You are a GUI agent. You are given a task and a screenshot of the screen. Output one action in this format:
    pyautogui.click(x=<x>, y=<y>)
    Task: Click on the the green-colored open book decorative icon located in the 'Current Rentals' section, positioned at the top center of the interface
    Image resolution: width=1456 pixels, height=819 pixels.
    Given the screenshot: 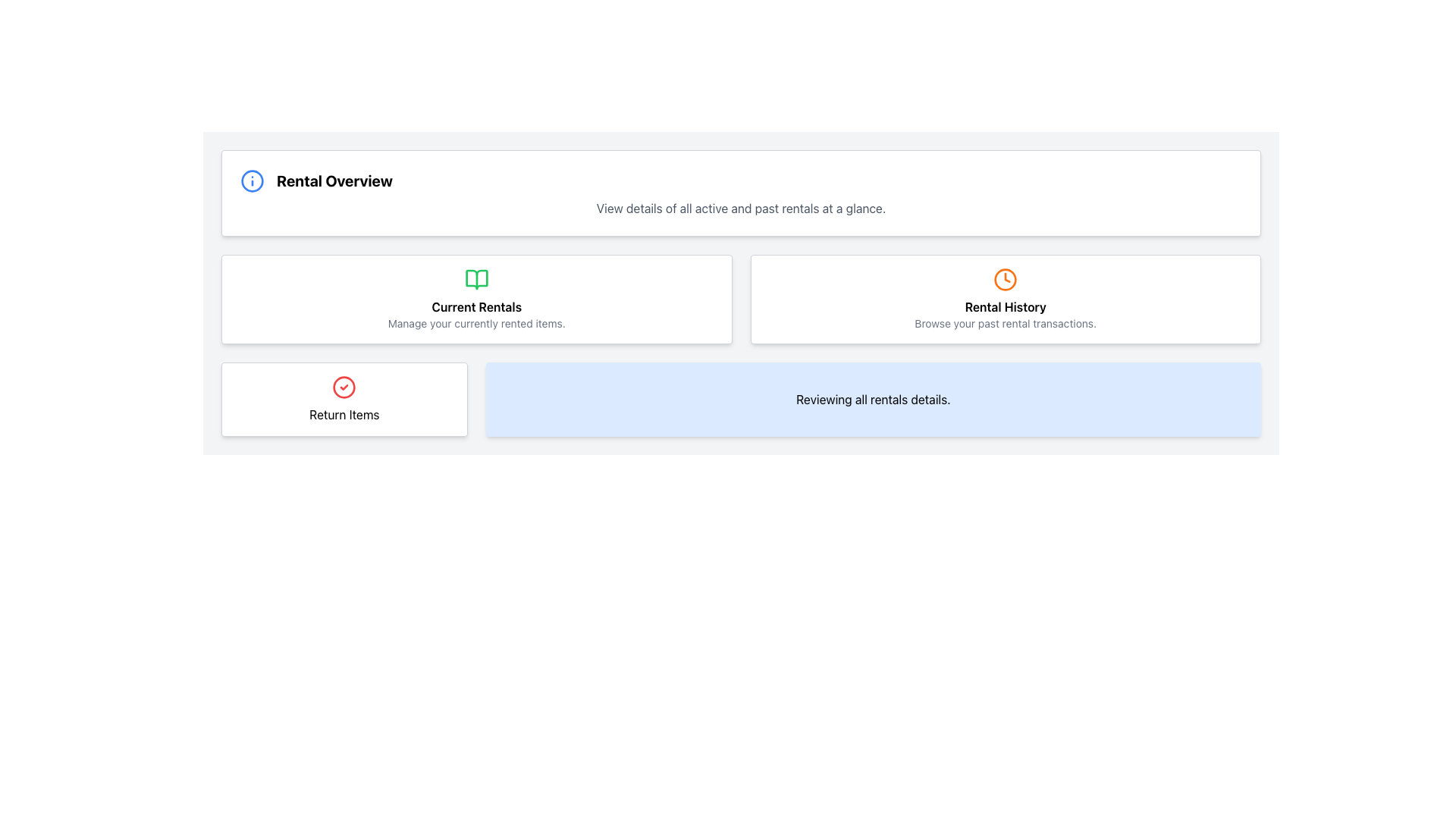 What is the action you would take?
    pyautogui.click(x=475, y=280)
    